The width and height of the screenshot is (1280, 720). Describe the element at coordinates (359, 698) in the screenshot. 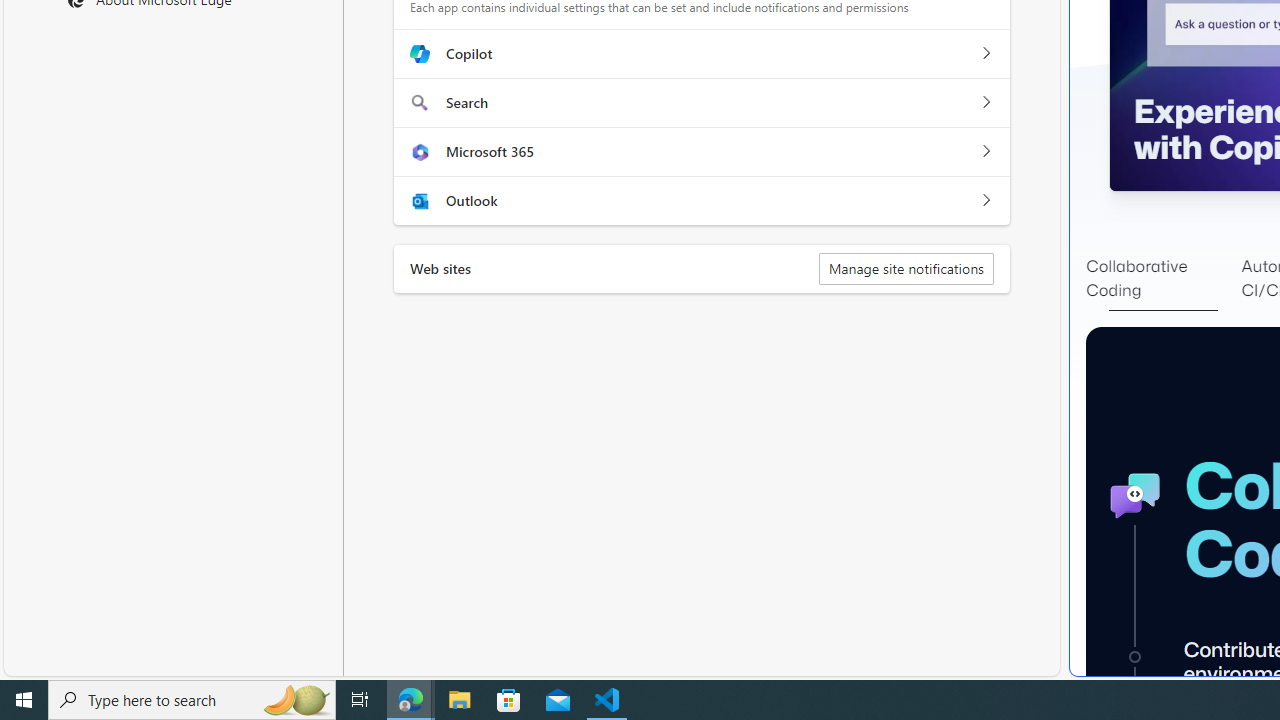

I see `'Task View'` at that location.